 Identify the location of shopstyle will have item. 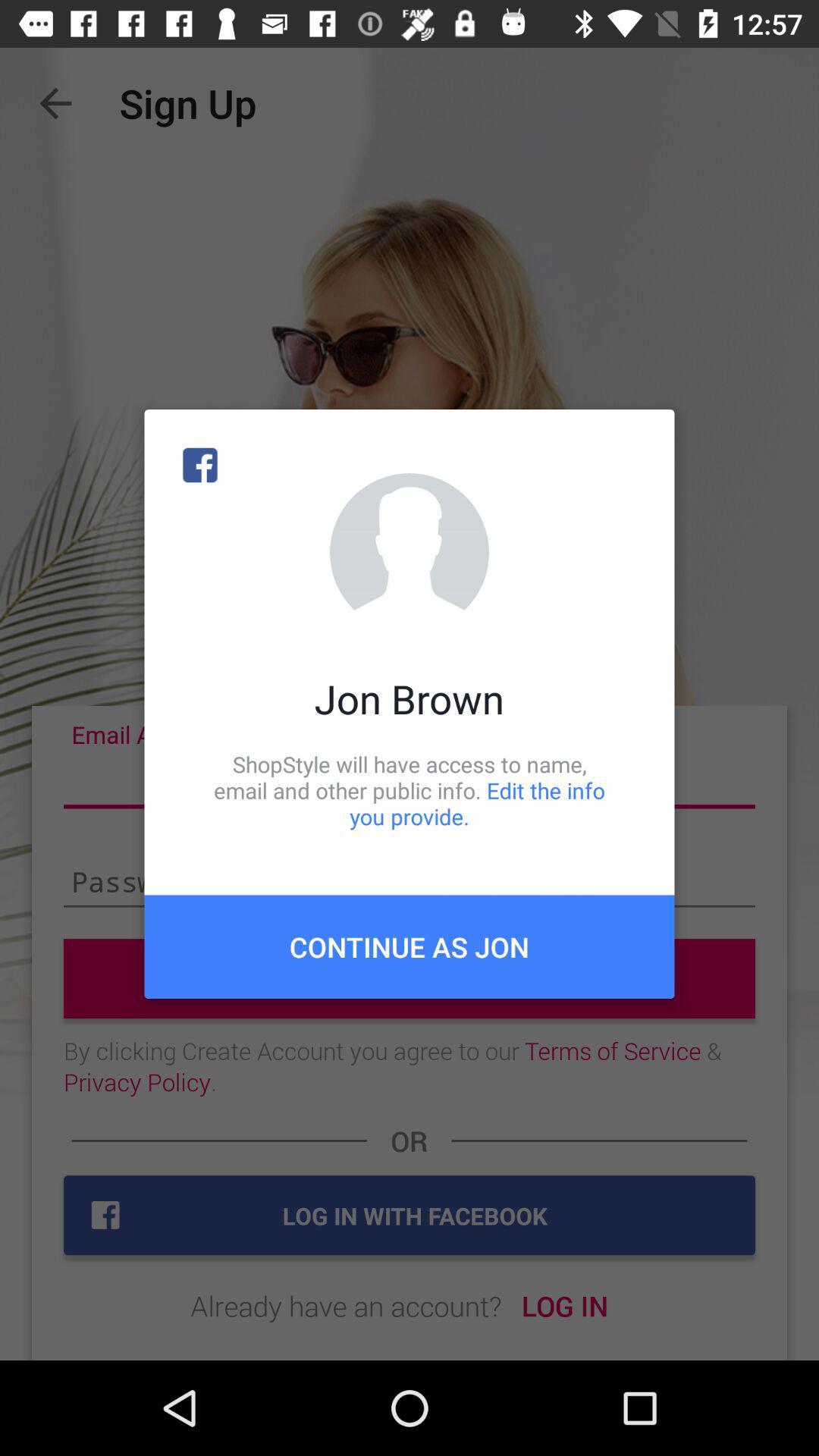
(409, 789).